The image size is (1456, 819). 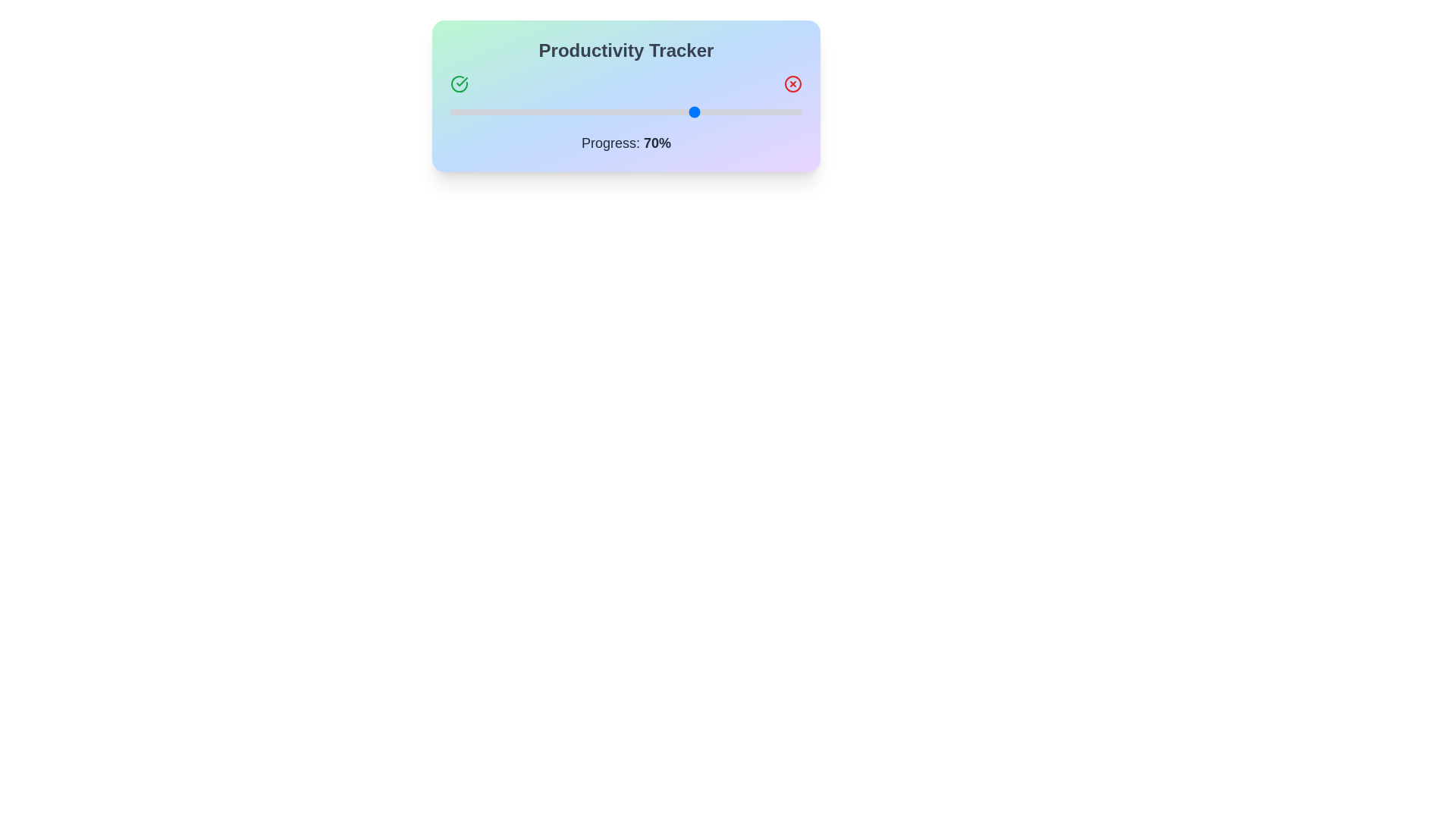 I want to click on the SVG circle that is part of the close icon for the 'Productivity Tracker' section, so click(x=792, y=84).